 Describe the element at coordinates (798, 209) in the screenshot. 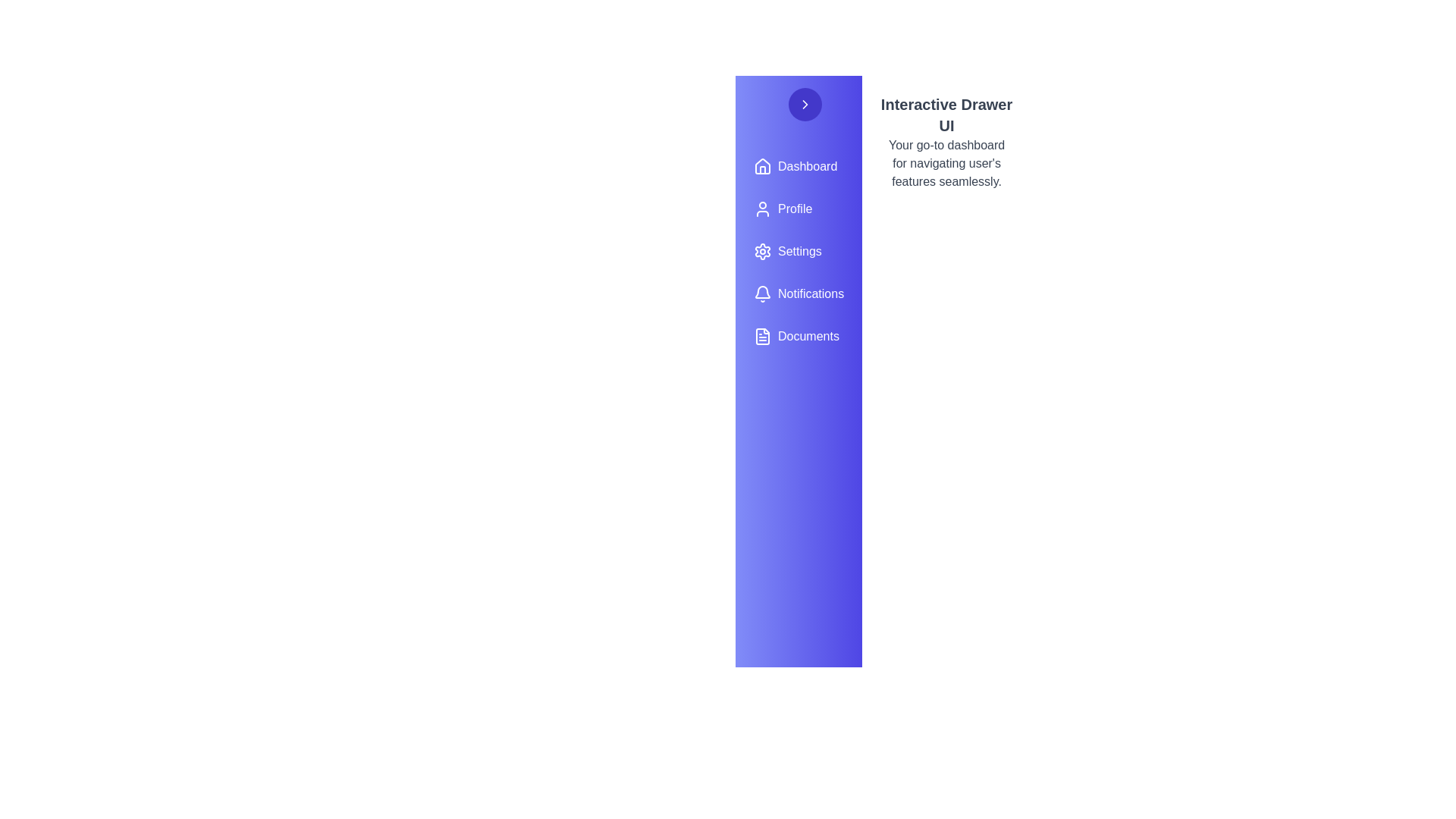

I see `the menu item labeled Profile` at that location.